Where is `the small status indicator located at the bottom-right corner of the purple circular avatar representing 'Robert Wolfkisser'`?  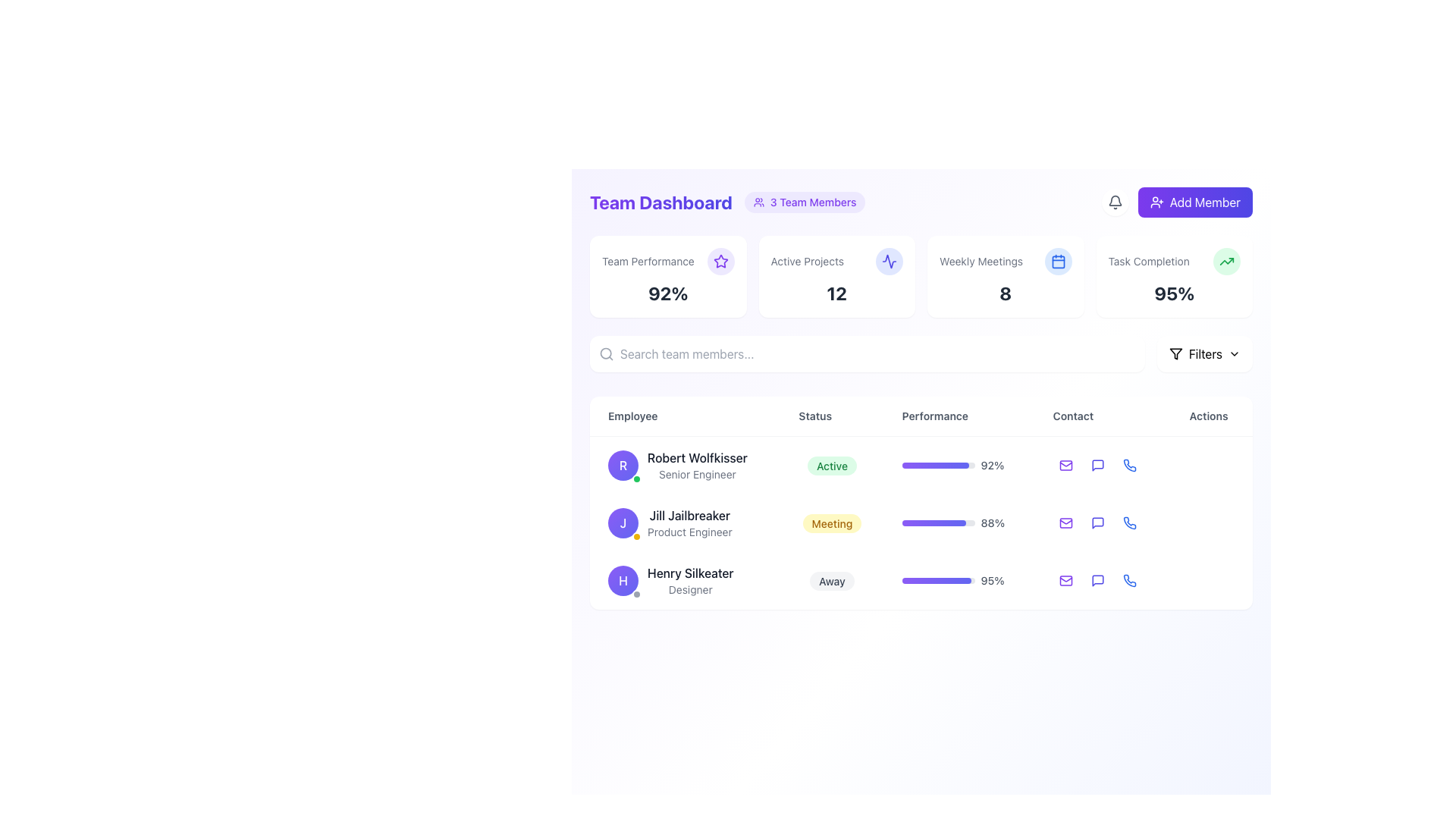 the small status indicator located at the bottom-right corner of the purple circular avatar representing 'Robert Wolfkisser' is located at coordinates (637, 479).